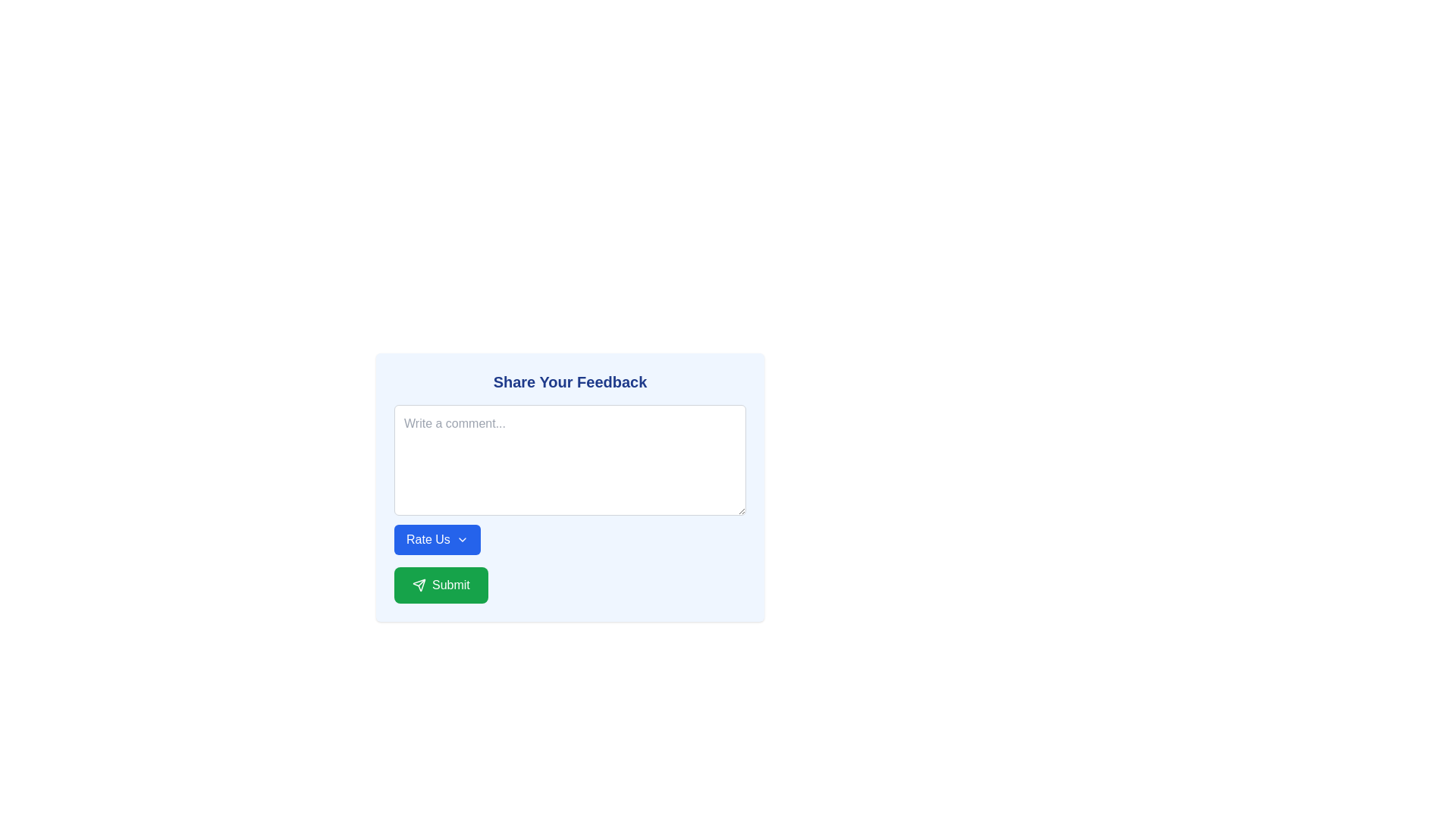 The image size is (1456, 819). What do you see at coordinates (419, 584) in the screenshot?
I see `the stylized arrow icon within the green 'Submit' button located at the lower right corner of the feedback section` at bounding box center [419, 584].